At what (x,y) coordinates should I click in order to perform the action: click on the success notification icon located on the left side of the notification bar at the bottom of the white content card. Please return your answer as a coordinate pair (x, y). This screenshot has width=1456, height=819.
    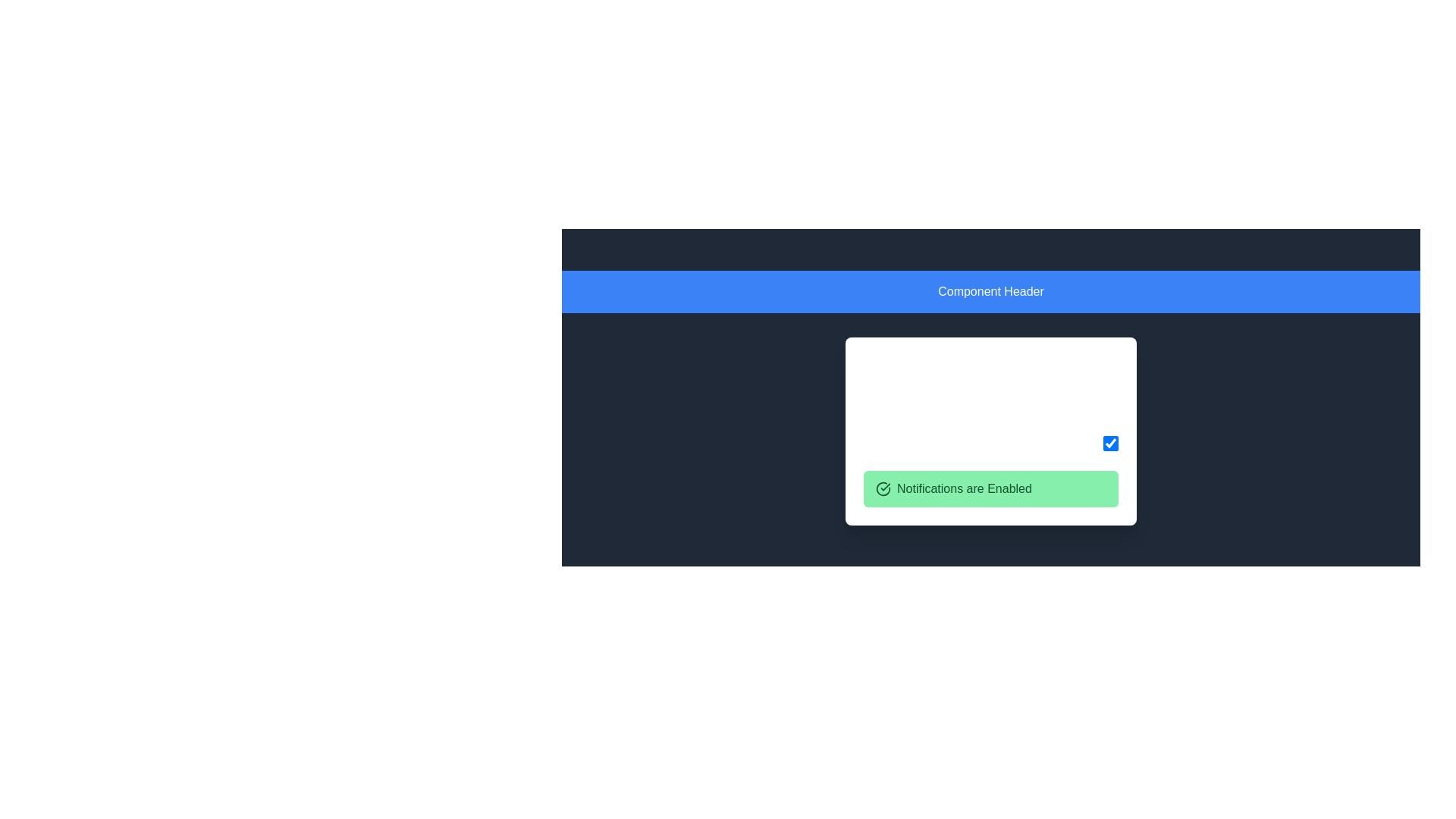
    Looking at the image, I should click on (883, 488).